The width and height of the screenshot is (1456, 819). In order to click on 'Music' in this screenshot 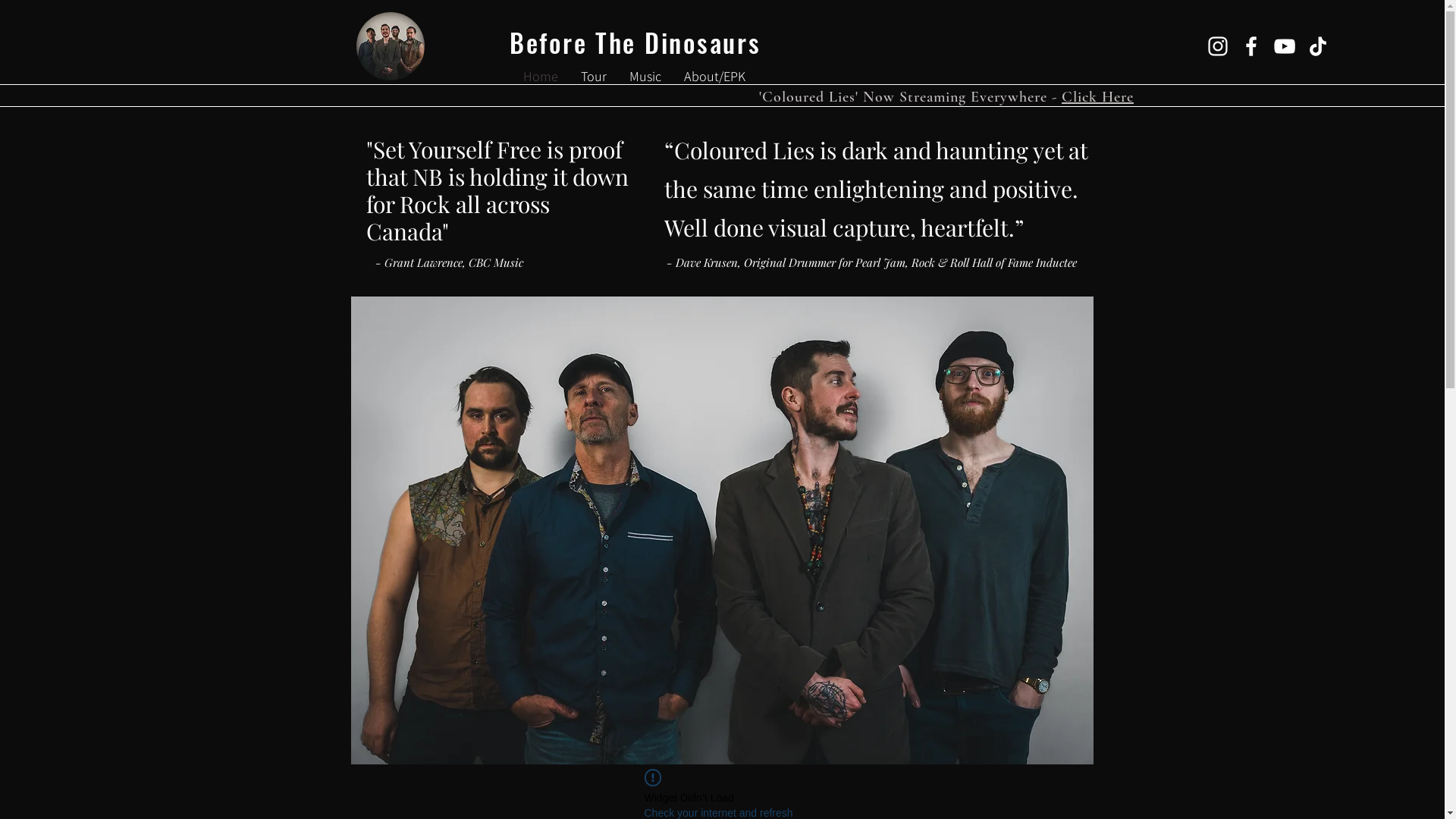, I will do `click(645, 76)`.